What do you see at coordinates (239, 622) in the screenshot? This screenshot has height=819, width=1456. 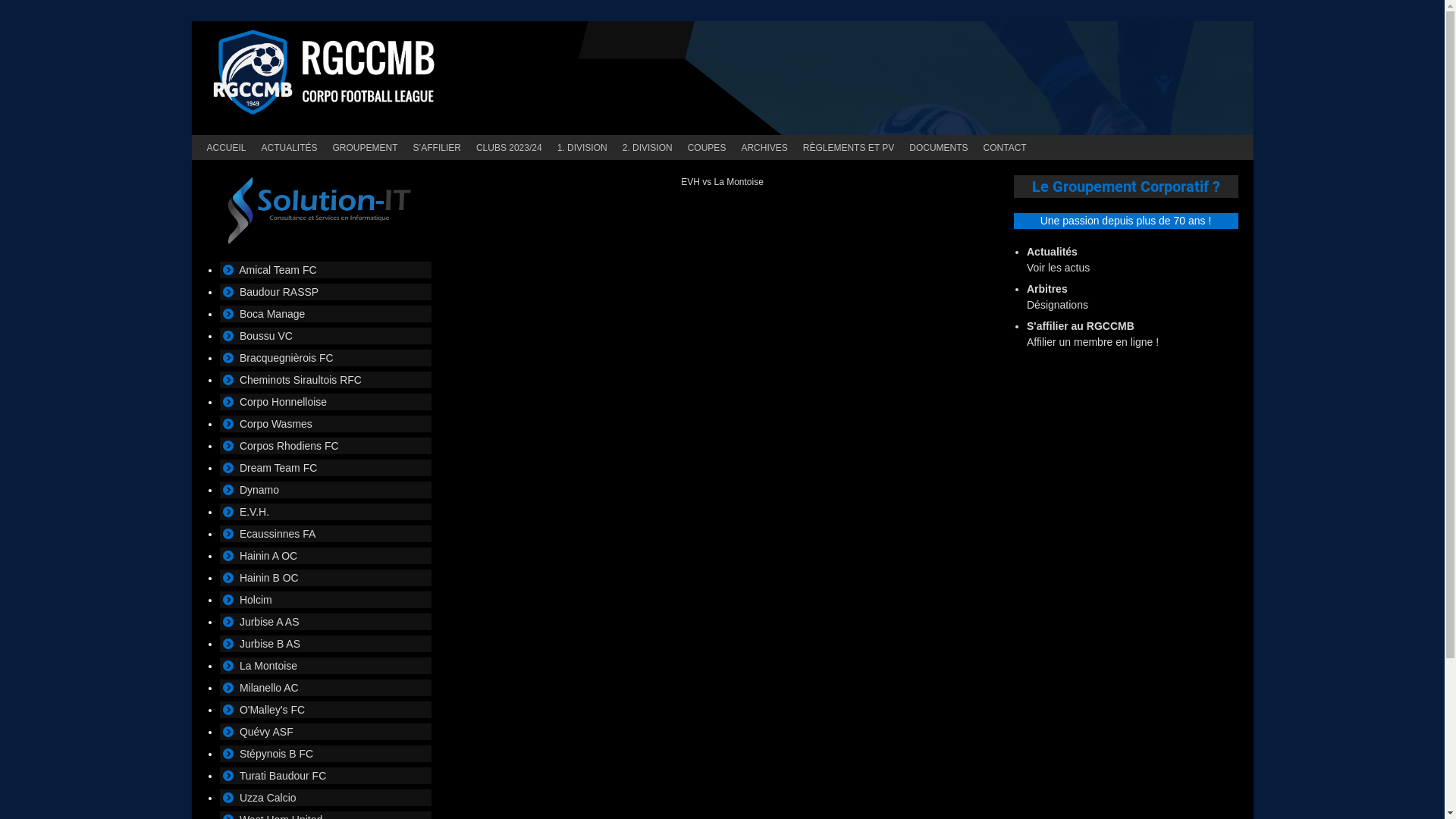 I see `'Jurbise A AS'` at bounding box center [239, 622].